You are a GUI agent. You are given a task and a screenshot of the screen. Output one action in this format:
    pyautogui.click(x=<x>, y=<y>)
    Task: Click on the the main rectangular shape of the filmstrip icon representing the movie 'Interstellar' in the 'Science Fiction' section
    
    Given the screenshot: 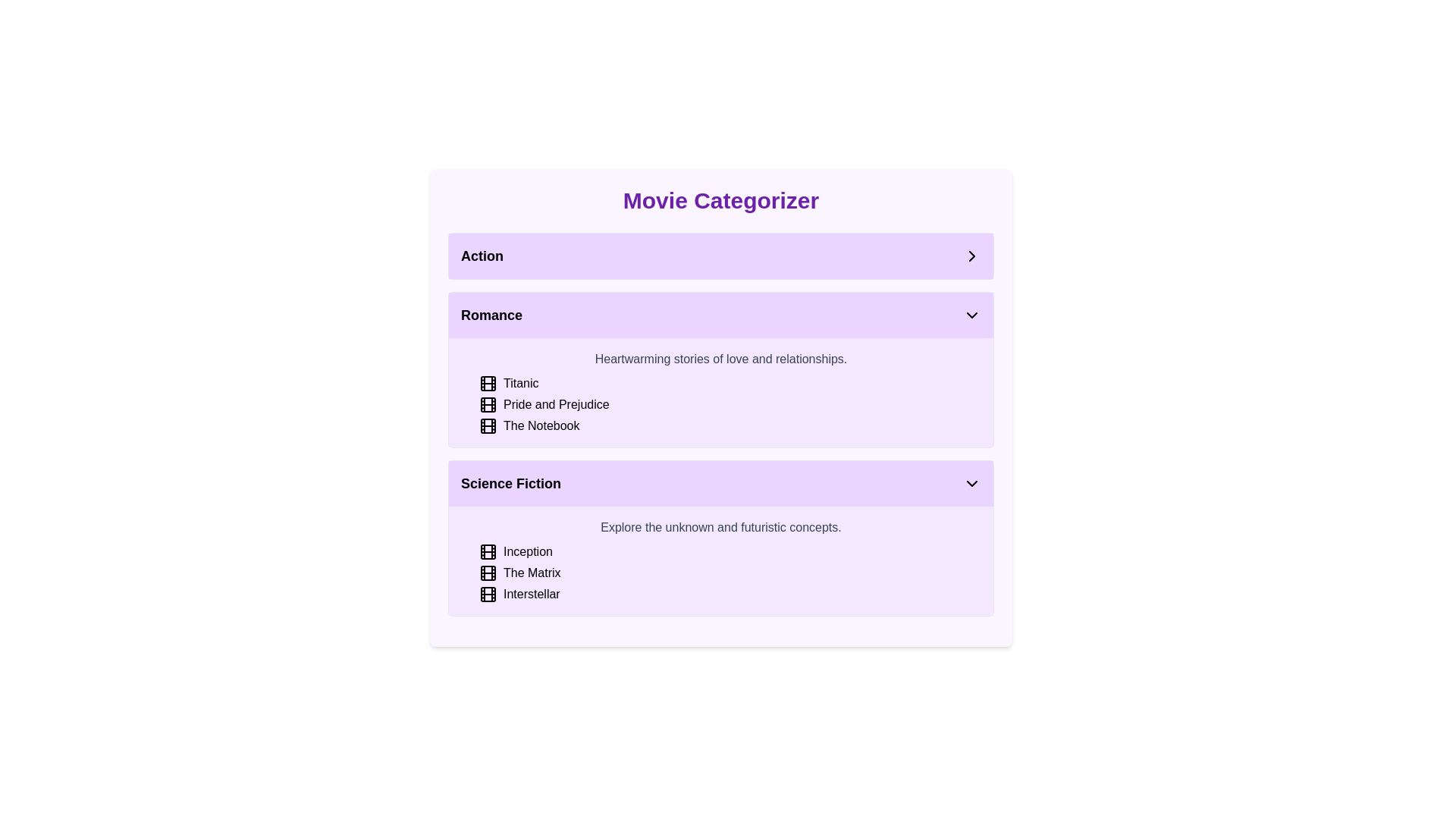 What is the action you would take?
    pyautogui.click(x=488, y=593)
    